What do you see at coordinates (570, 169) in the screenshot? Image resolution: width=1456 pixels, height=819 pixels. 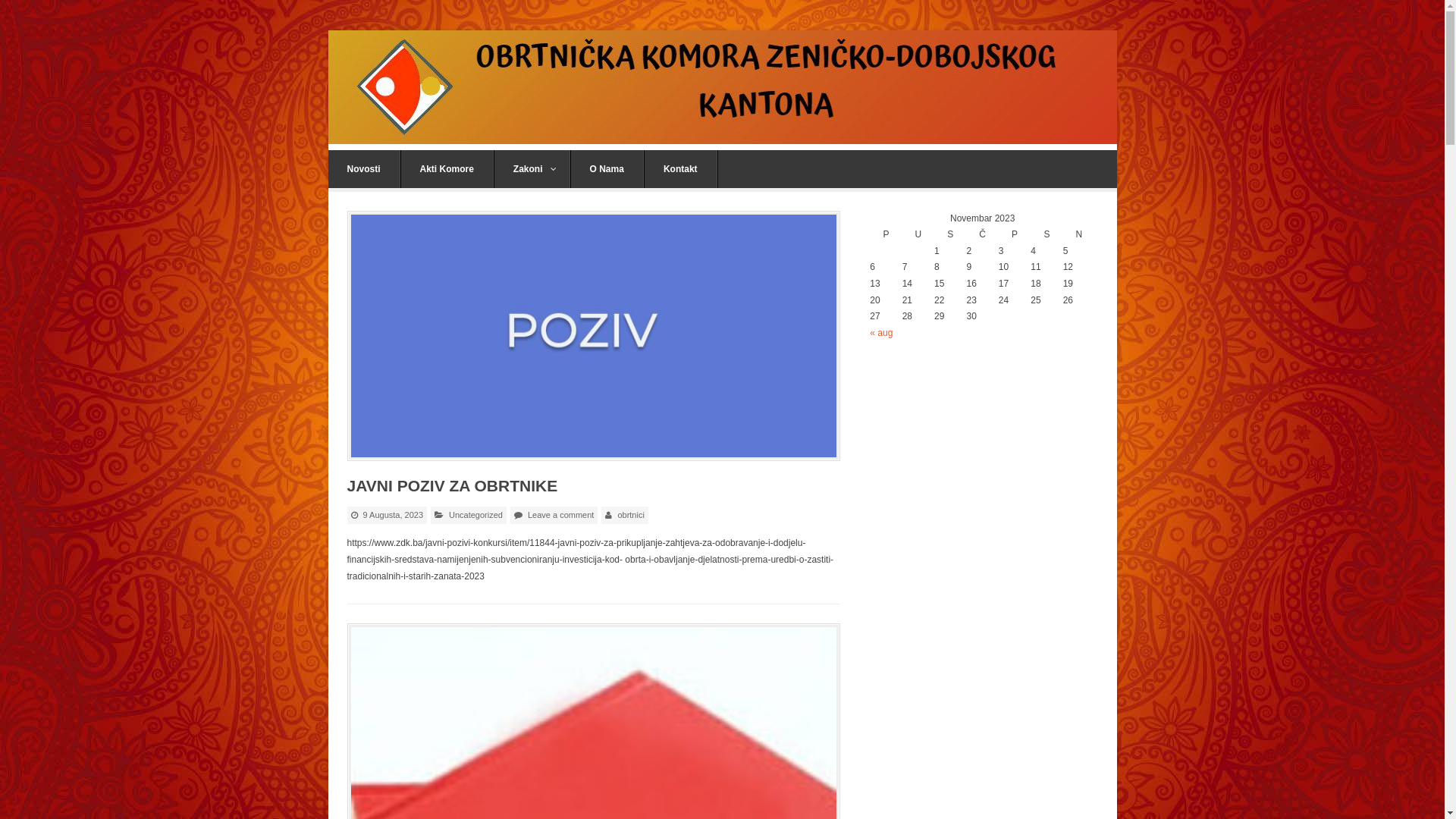 I see `'O Nama'` at bounding box center [570, 169].